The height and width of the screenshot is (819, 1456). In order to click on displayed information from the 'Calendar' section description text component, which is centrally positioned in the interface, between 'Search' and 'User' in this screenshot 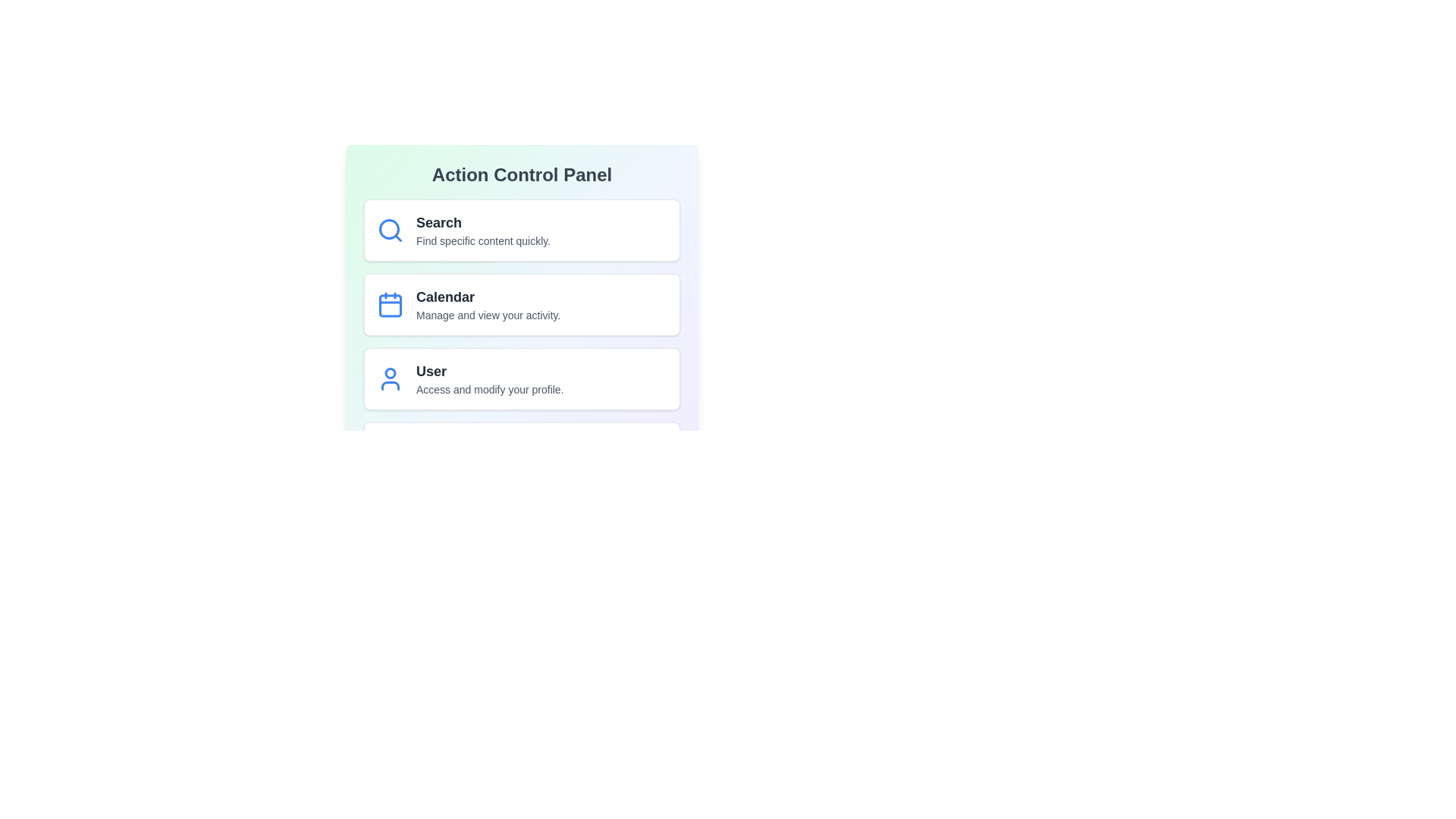, I will do `click(488, 304)`.